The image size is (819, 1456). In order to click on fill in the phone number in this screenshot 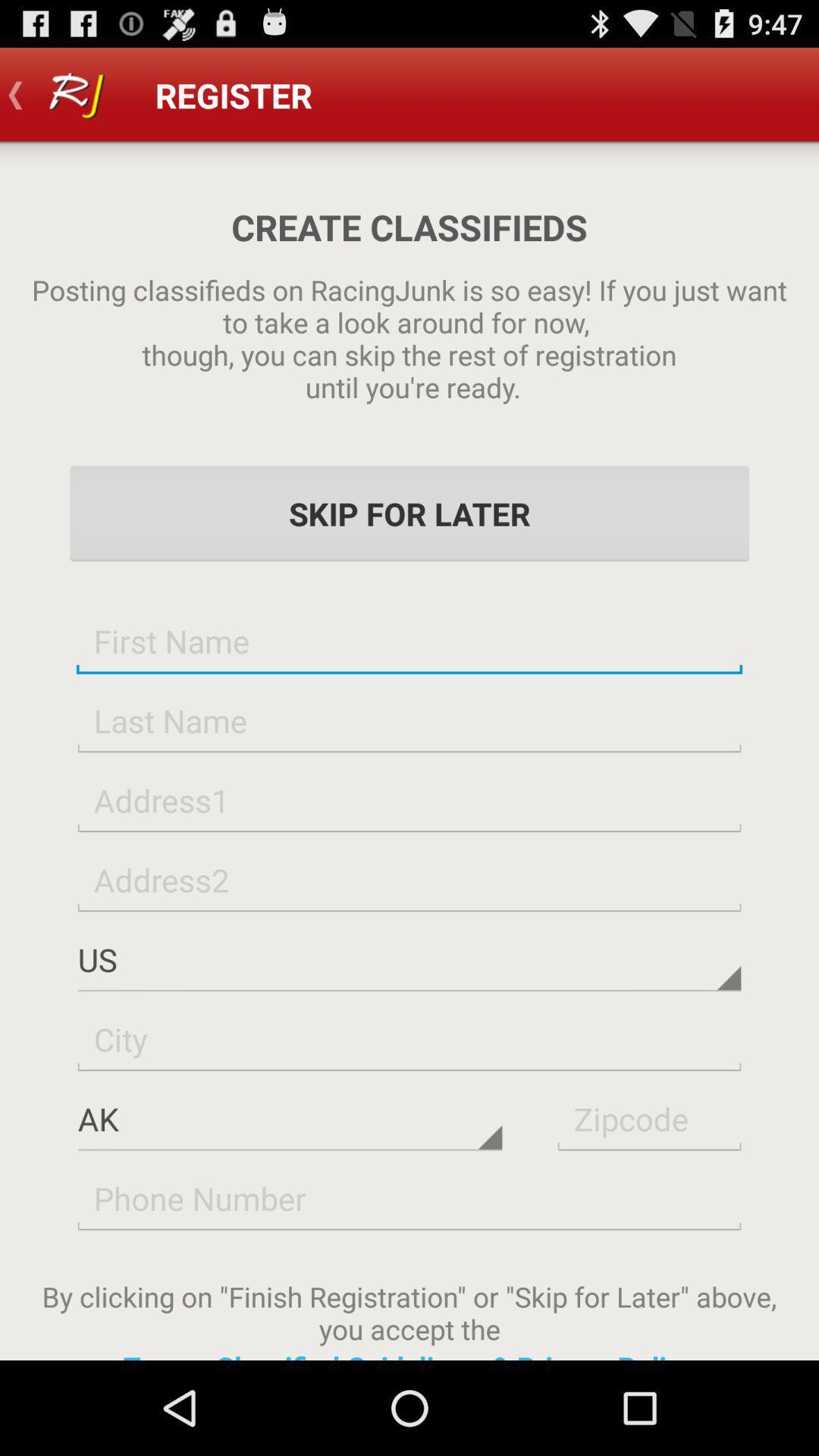, I will do `click(409, 1197)`.